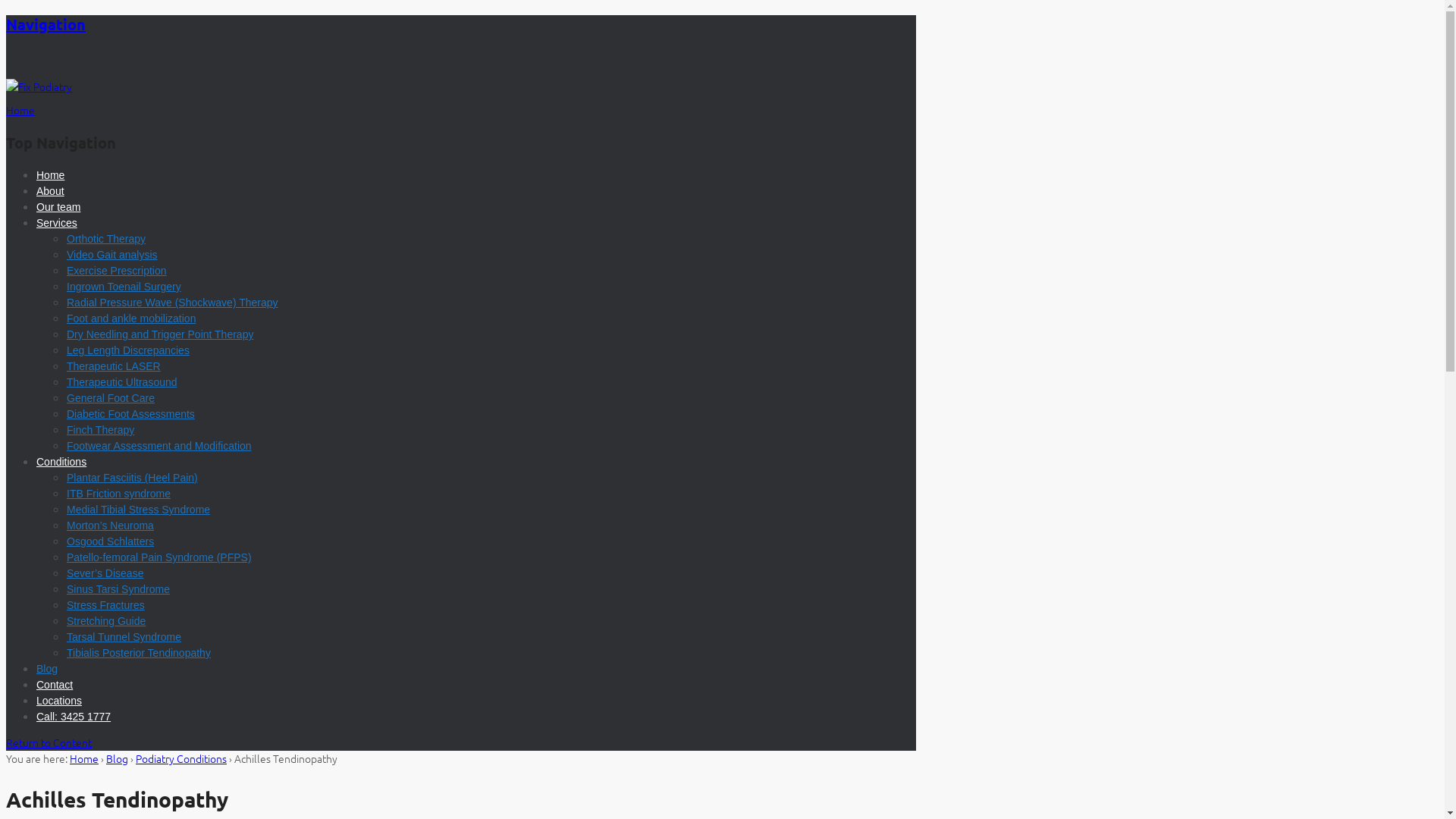  Describe the element at coordinates (132, 476) in the screenshot. I see `'Plantar Fasciitis (Heel Pain)'` at that location.